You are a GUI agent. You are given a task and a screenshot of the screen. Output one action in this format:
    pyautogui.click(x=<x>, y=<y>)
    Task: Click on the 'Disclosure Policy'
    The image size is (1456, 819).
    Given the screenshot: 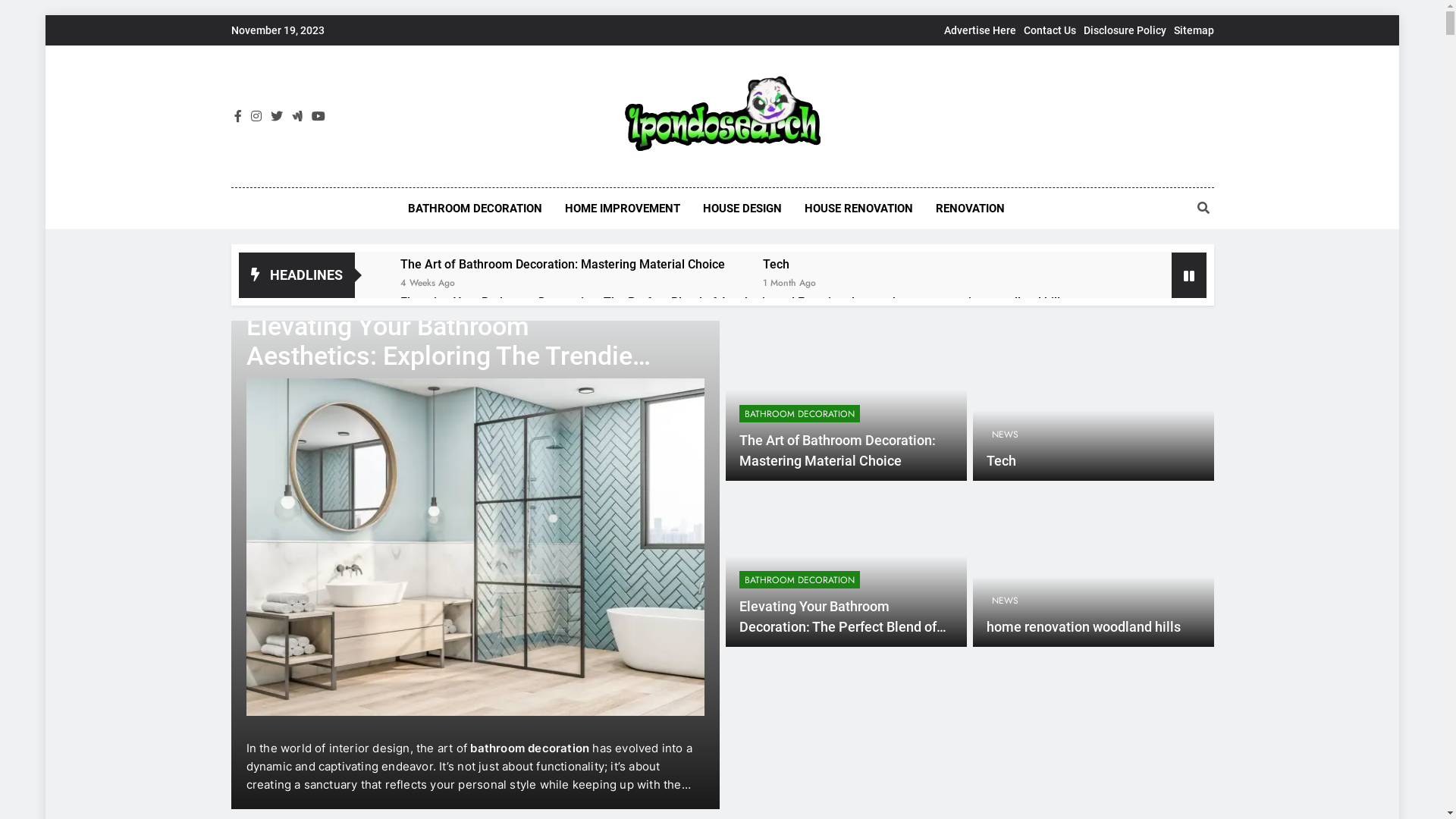 What is the action you would take?
    pyautogui.click(x=1124, y=30)
    